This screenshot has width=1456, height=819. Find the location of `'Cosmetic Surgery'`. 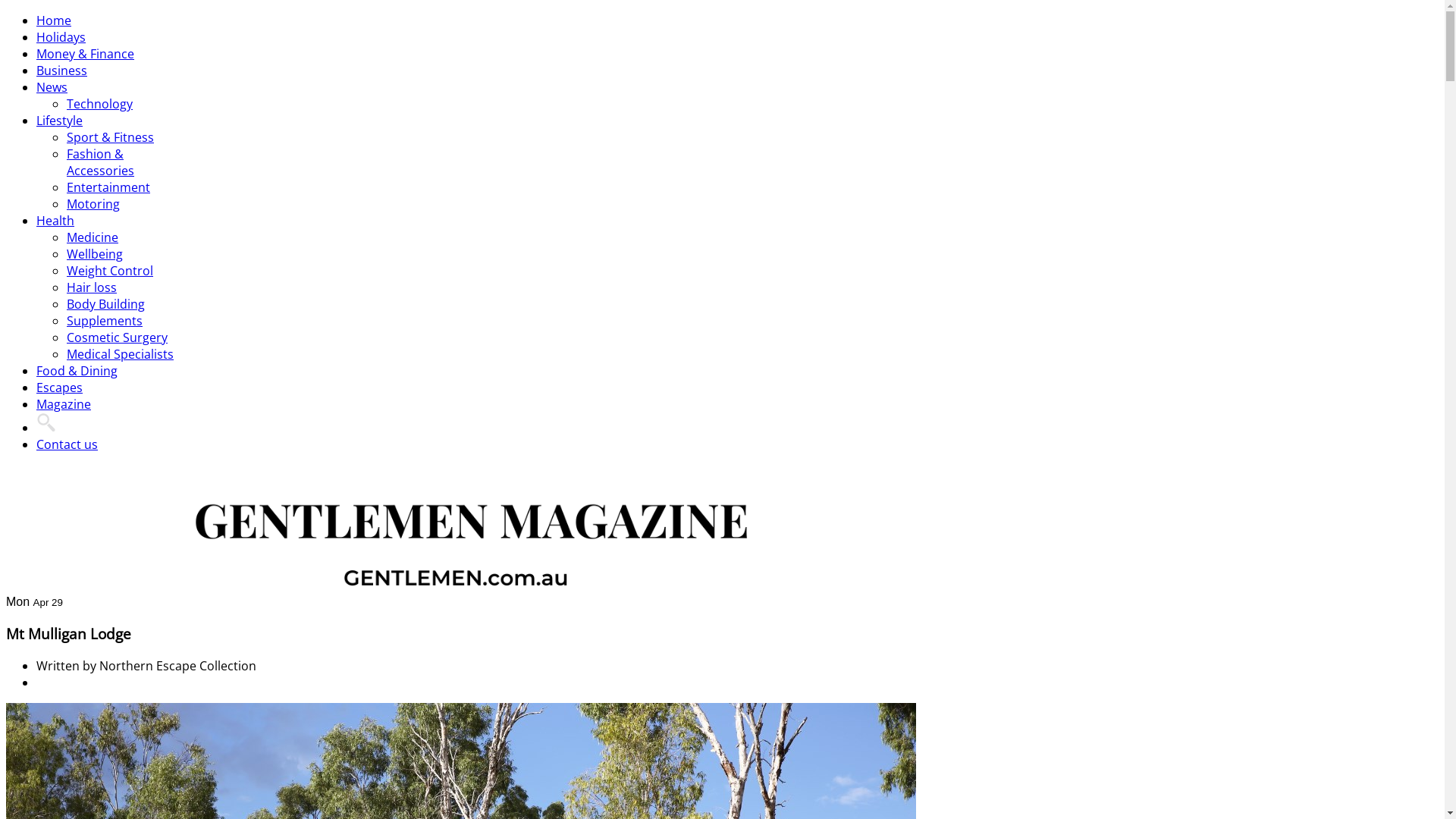

'Cosmetic Surgery' is located at coordinates (116, 336).